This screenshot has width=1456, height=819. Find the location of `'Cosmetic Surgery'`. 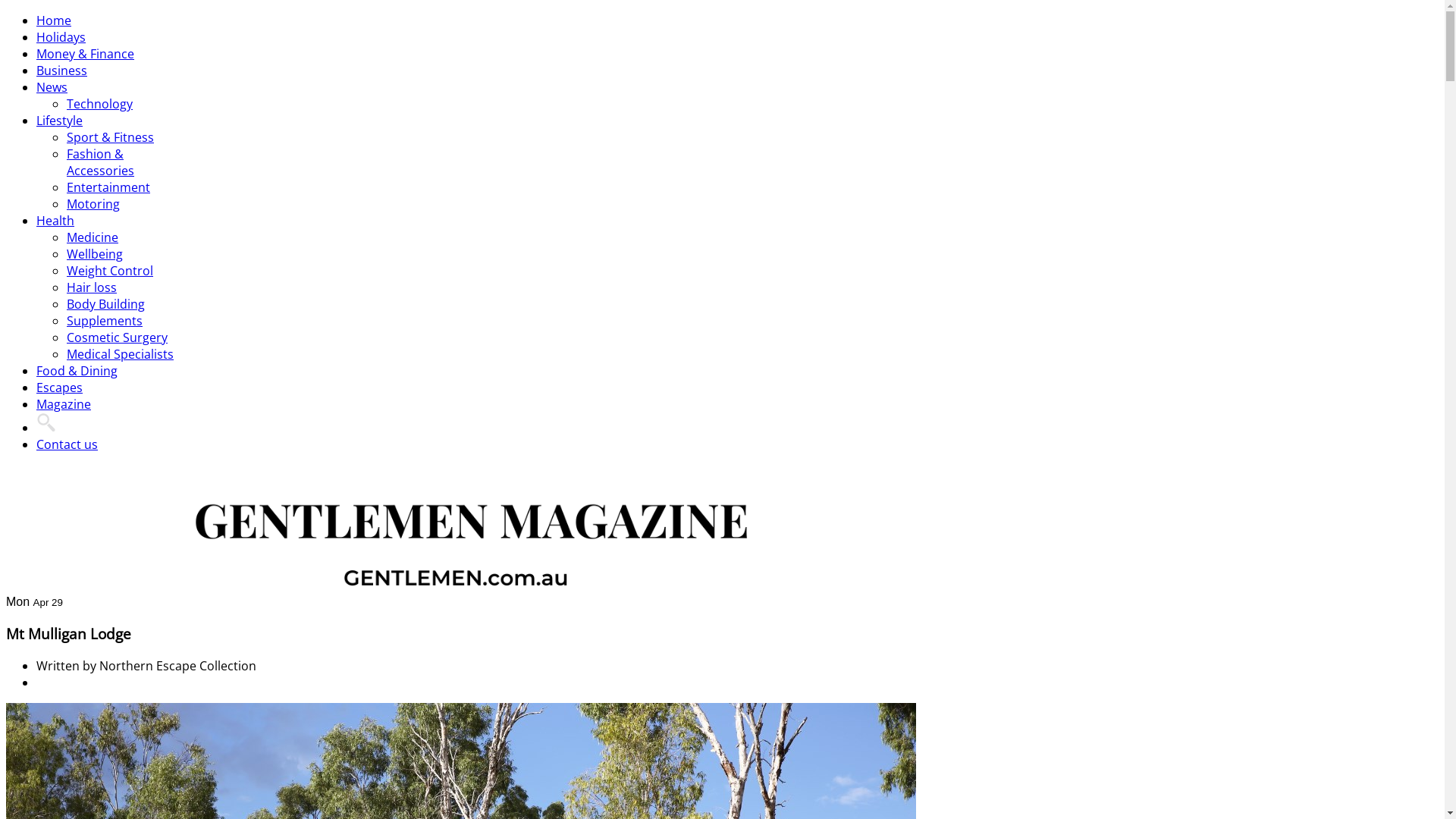

'Cosmetic Surgery' is located at coordinates (116, 336).